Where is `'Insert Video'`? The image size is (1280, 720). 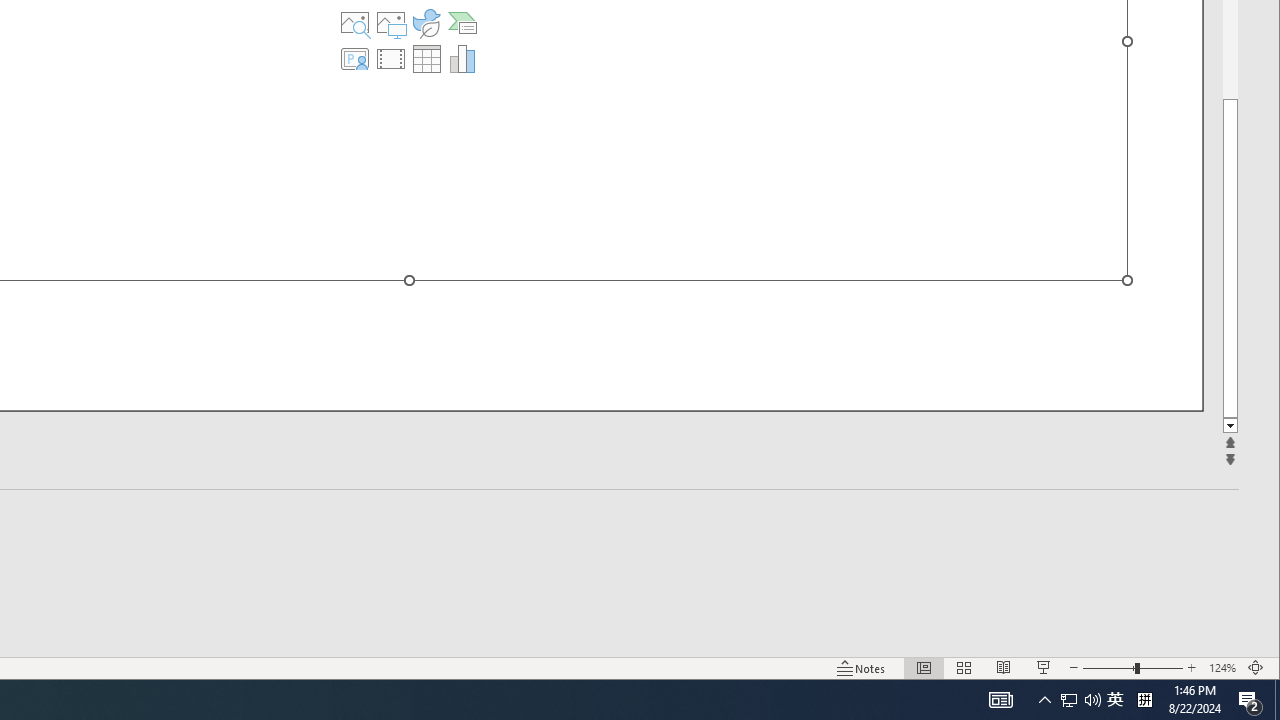
'Insert Video' is located at coordinates (391, 58).